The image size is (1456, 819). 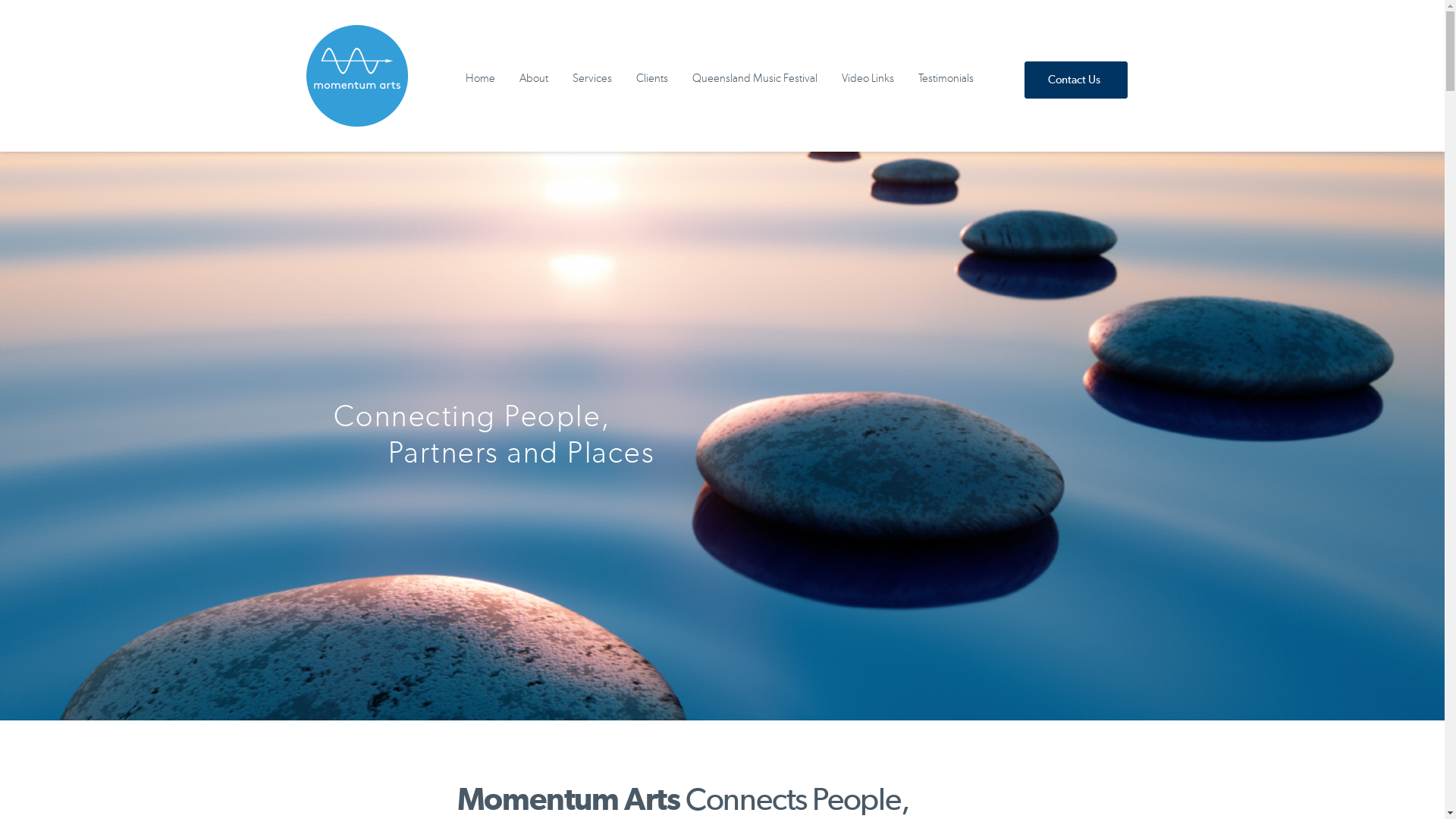 I want to click on 'About', so click(x=534, y=79).